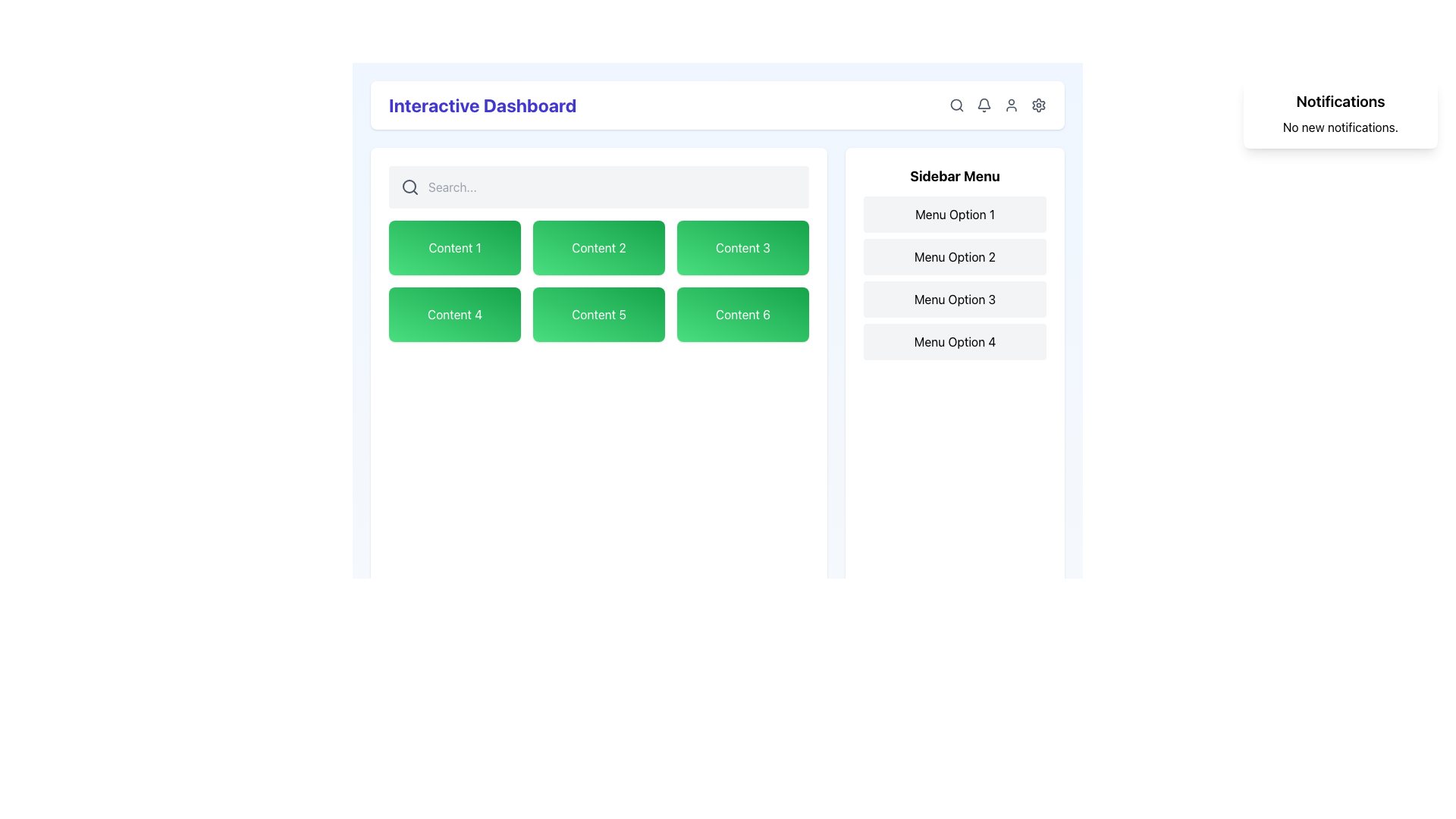  What do you see at coordinates (598, 281) in the screenshot?
I see `the UI card grid component that organizes and displays content items, located in the center of the content area below the search bar` at bounding box center [598, 281].